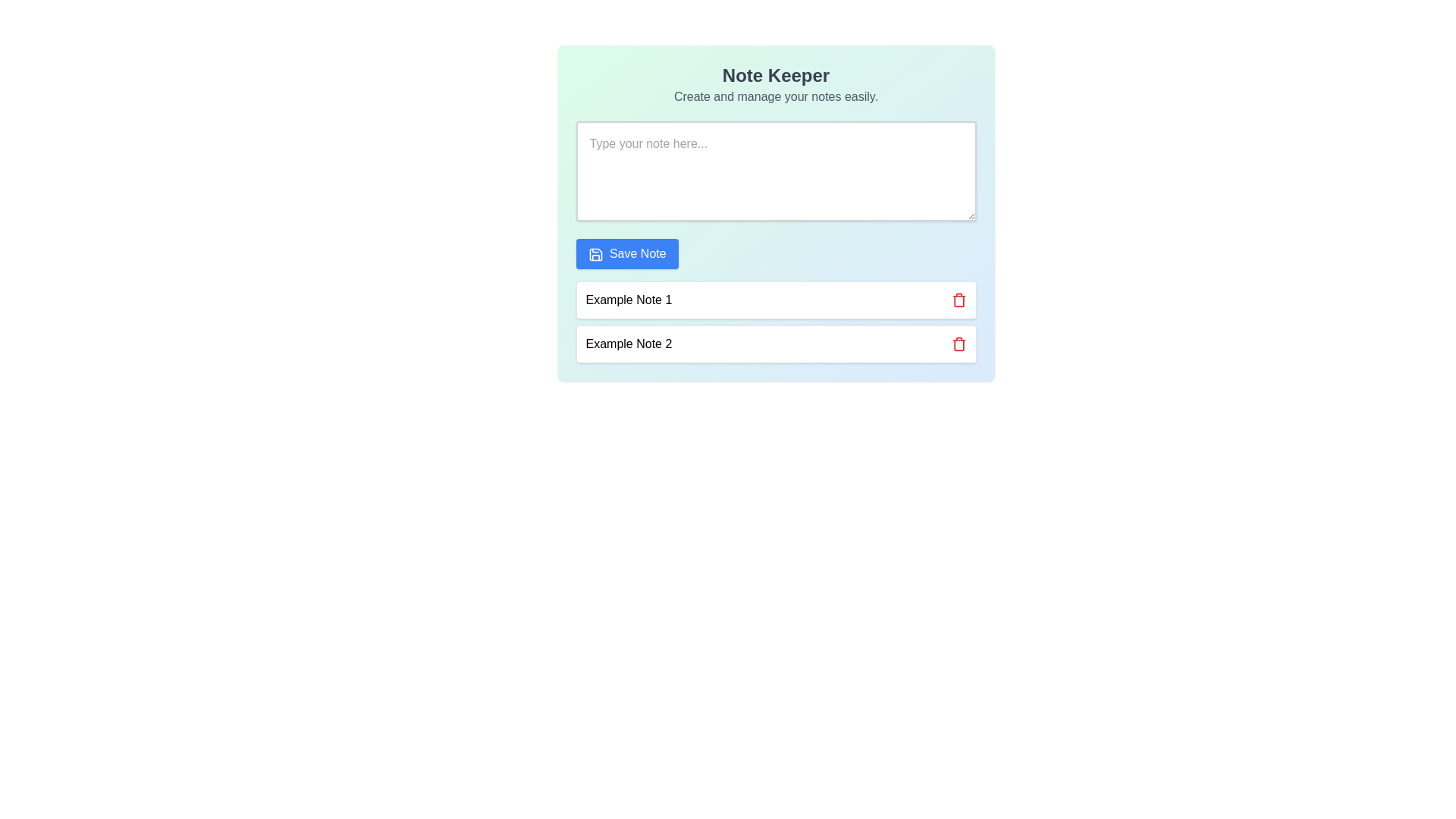  I want to click on the save button located below the 'Type your note here...' text input field, so click(627, 253).